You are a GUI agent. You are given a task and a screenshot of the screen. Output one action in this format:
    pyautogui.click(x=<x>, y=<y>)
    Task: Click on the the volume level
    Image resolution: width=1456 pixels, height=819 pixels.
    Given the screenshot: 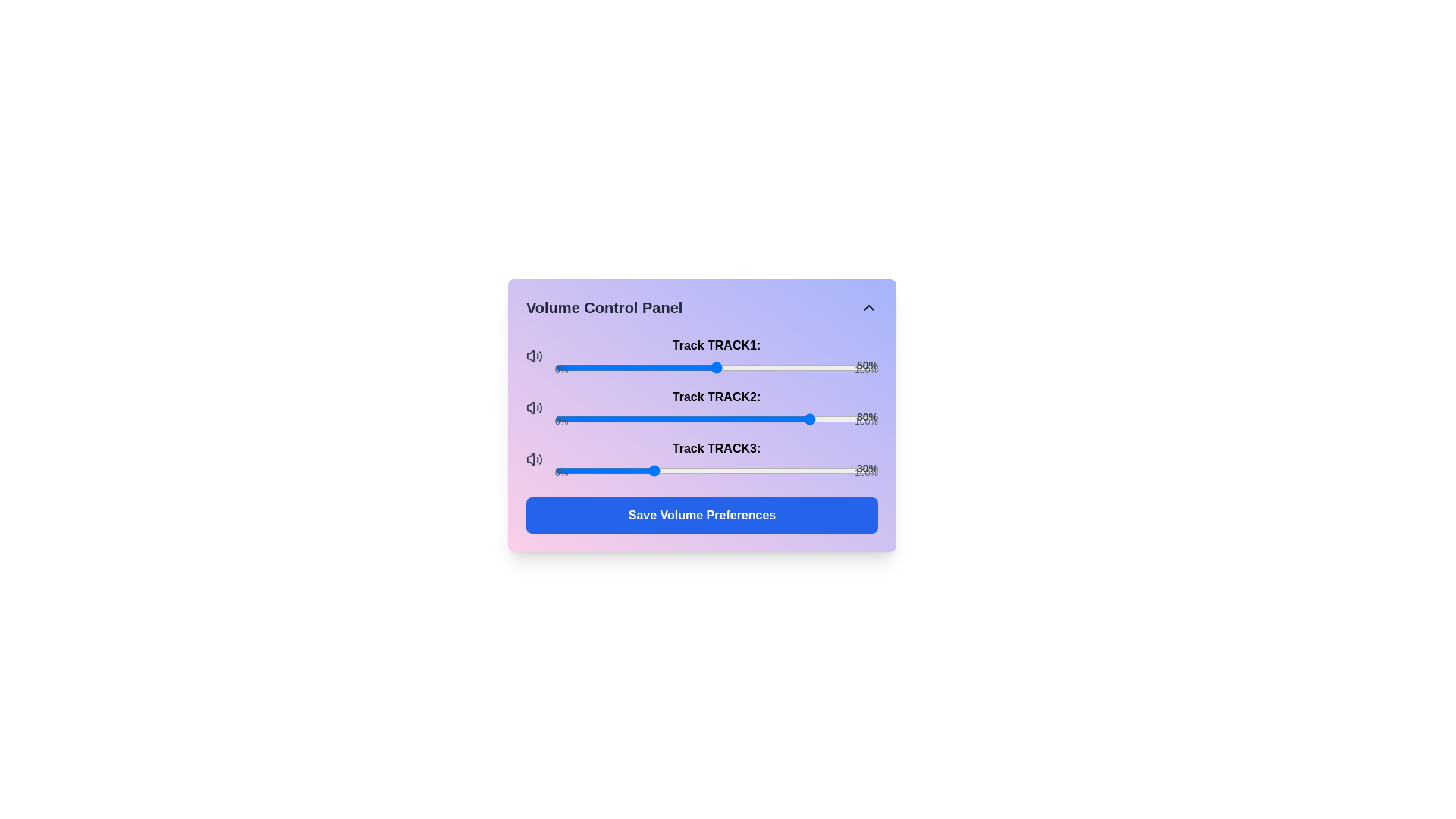 What is the action you would take?
    pyautogui.click(x=566, y=419)
    